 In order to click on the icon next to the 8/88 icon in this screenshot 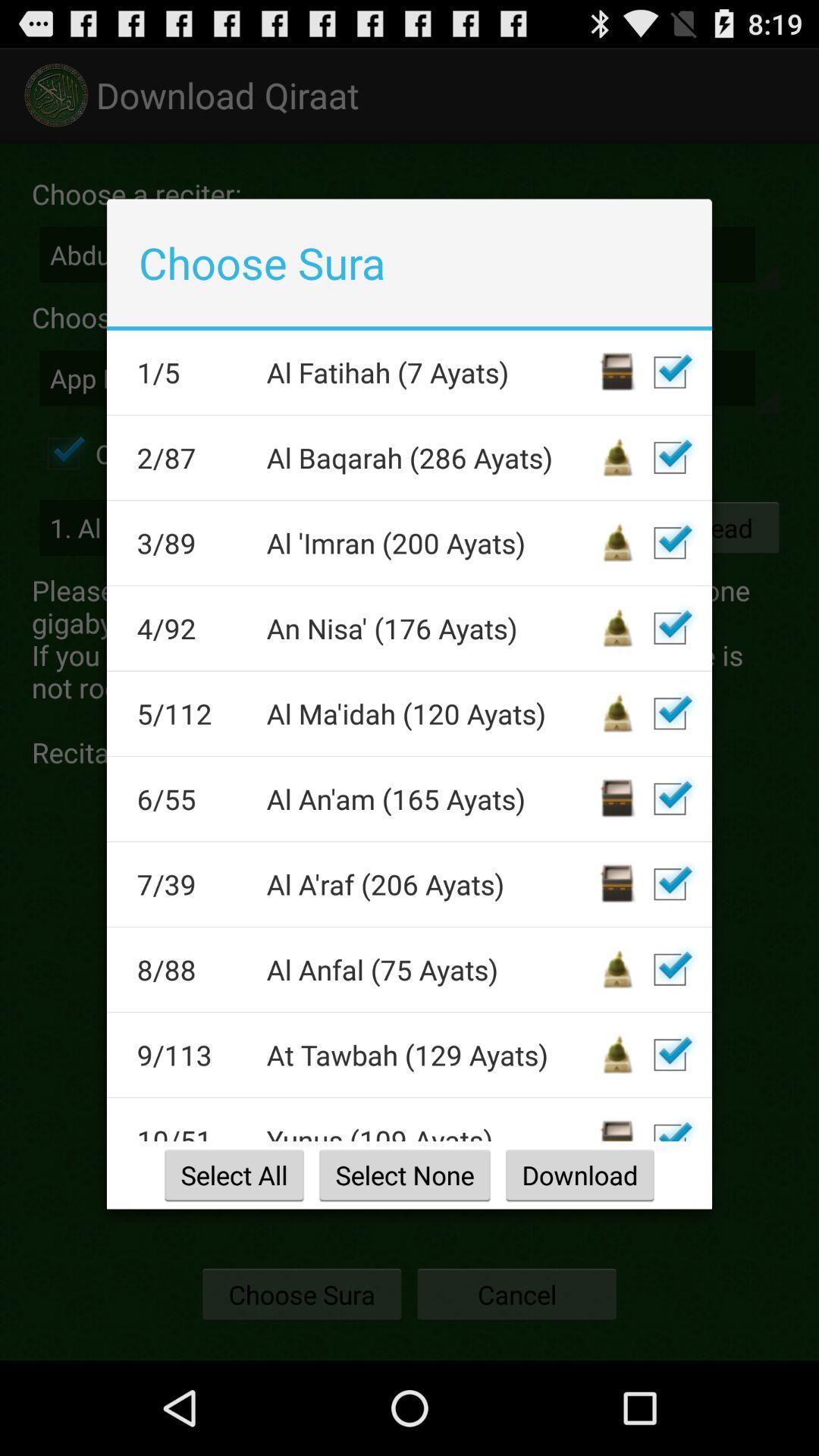, I will do `click(431, 968)`.